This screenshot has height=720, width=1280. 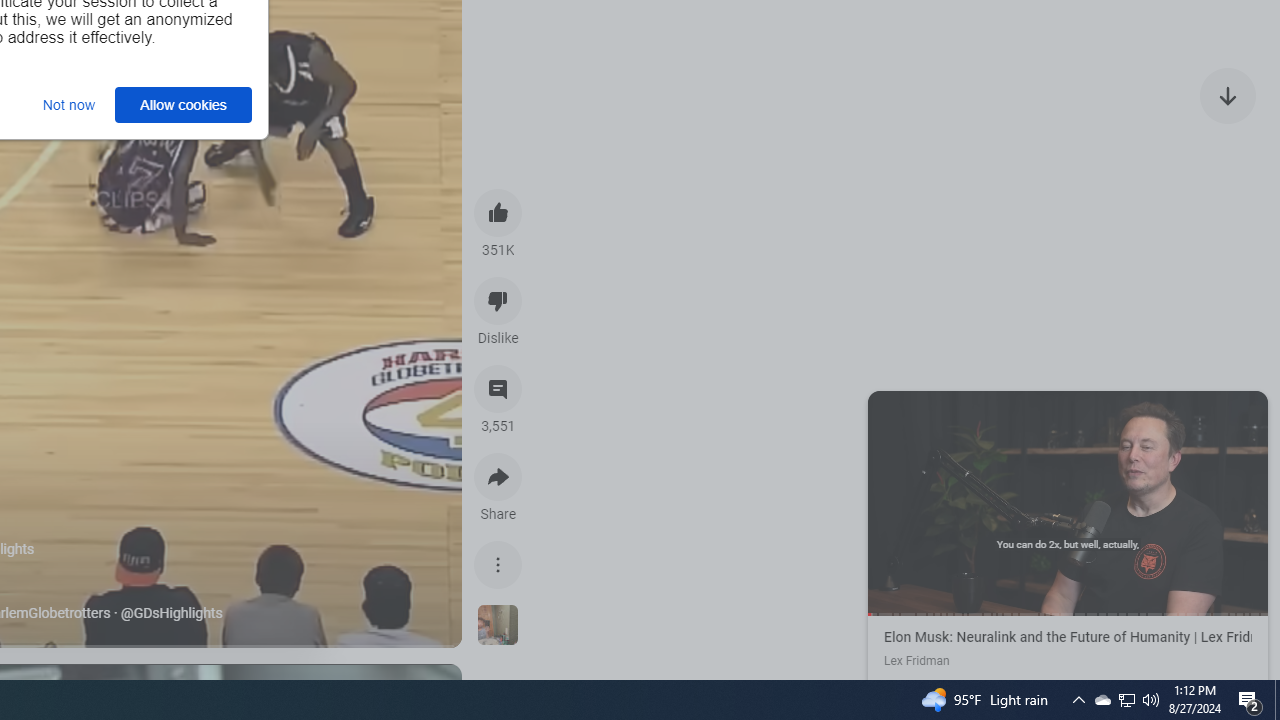 I want to click on 'Share', so click(x=498, y=477).